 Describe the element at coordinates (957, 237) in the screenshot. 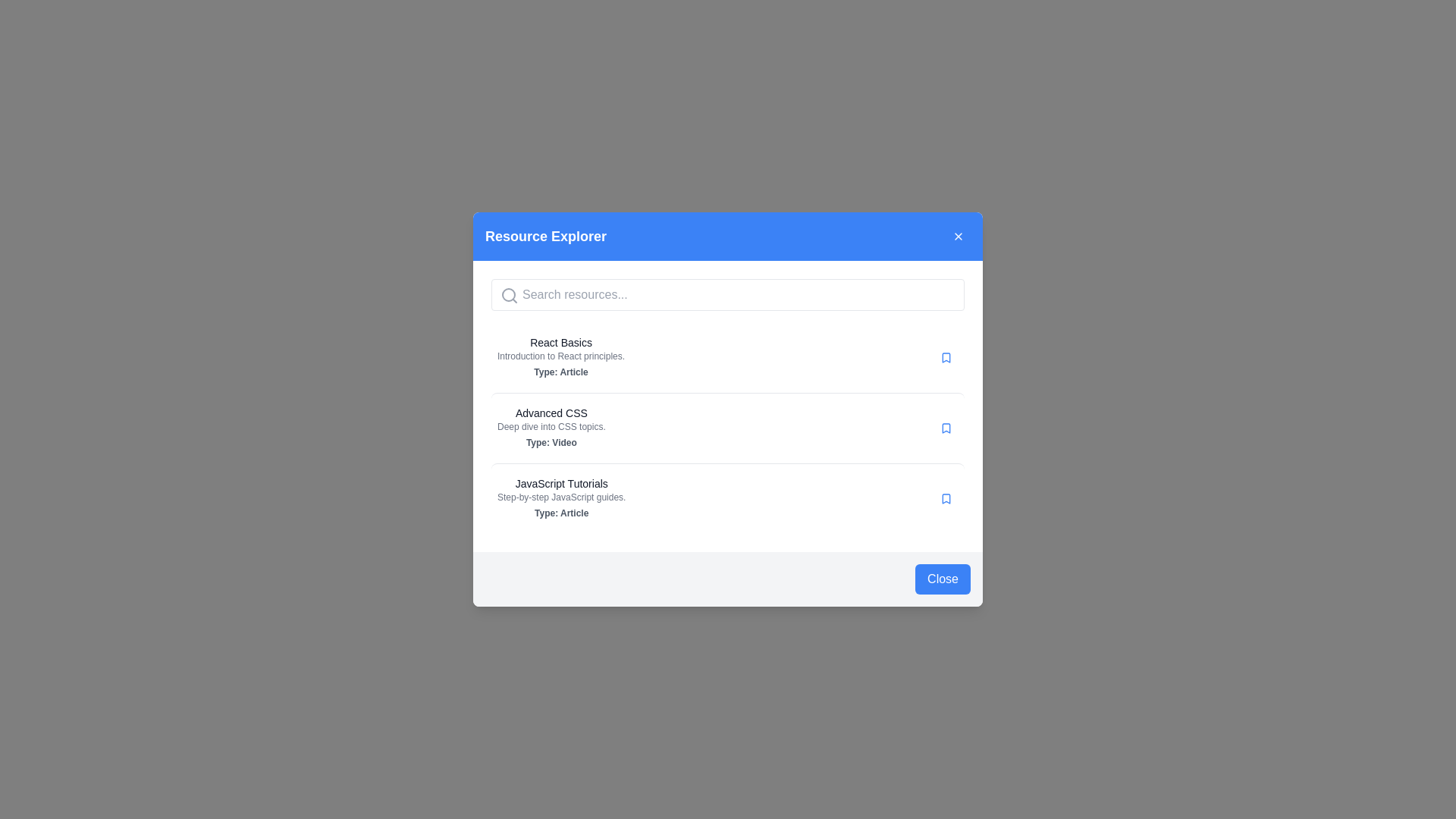

I see `the close button located at the top-right corner of the 'Resource Explorer' modal` at that location.